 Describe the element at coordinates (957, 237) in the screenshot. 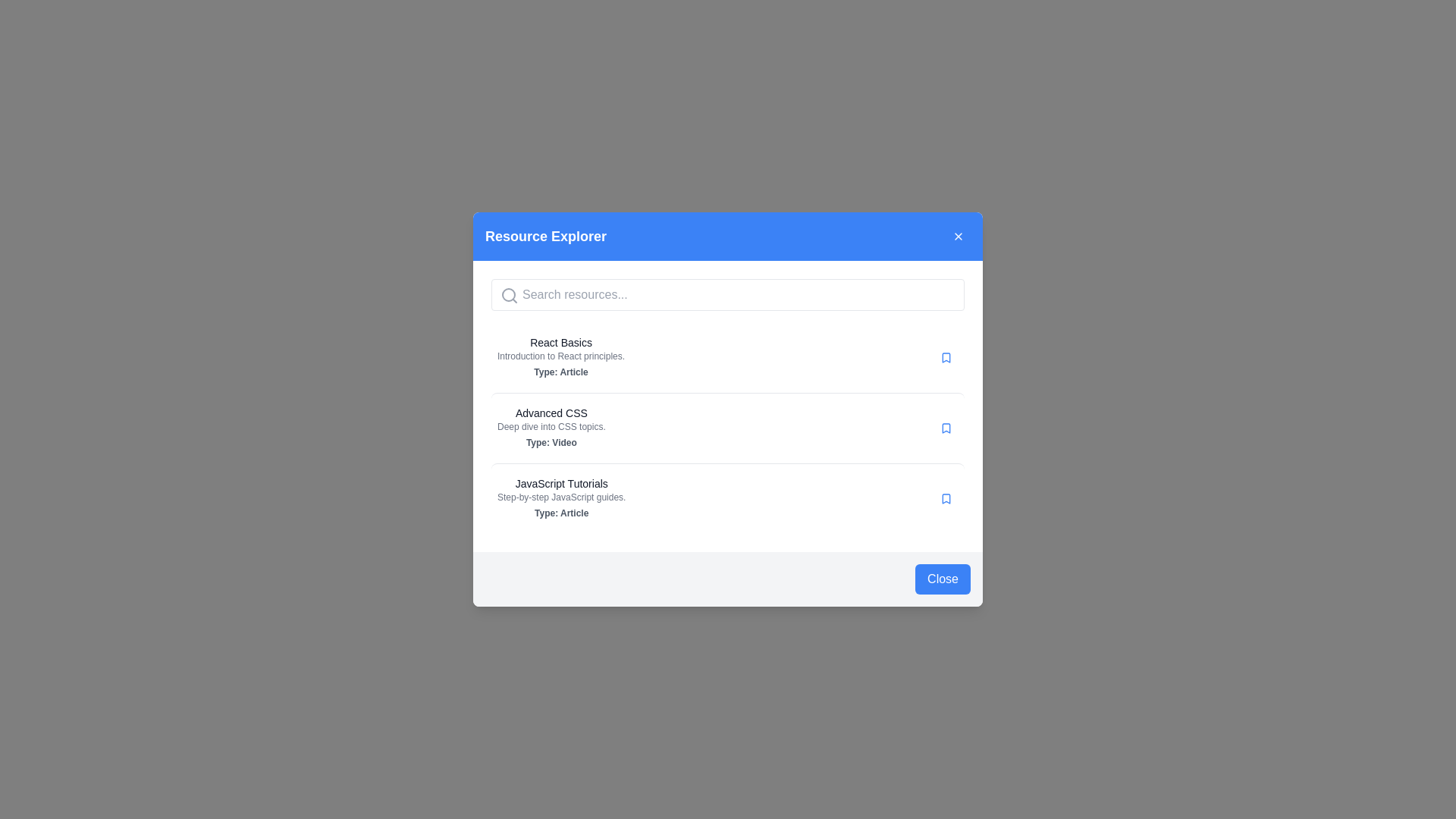

I see `the close button located at the top-right corner of the 'Resource Explorer' modal` at that location.